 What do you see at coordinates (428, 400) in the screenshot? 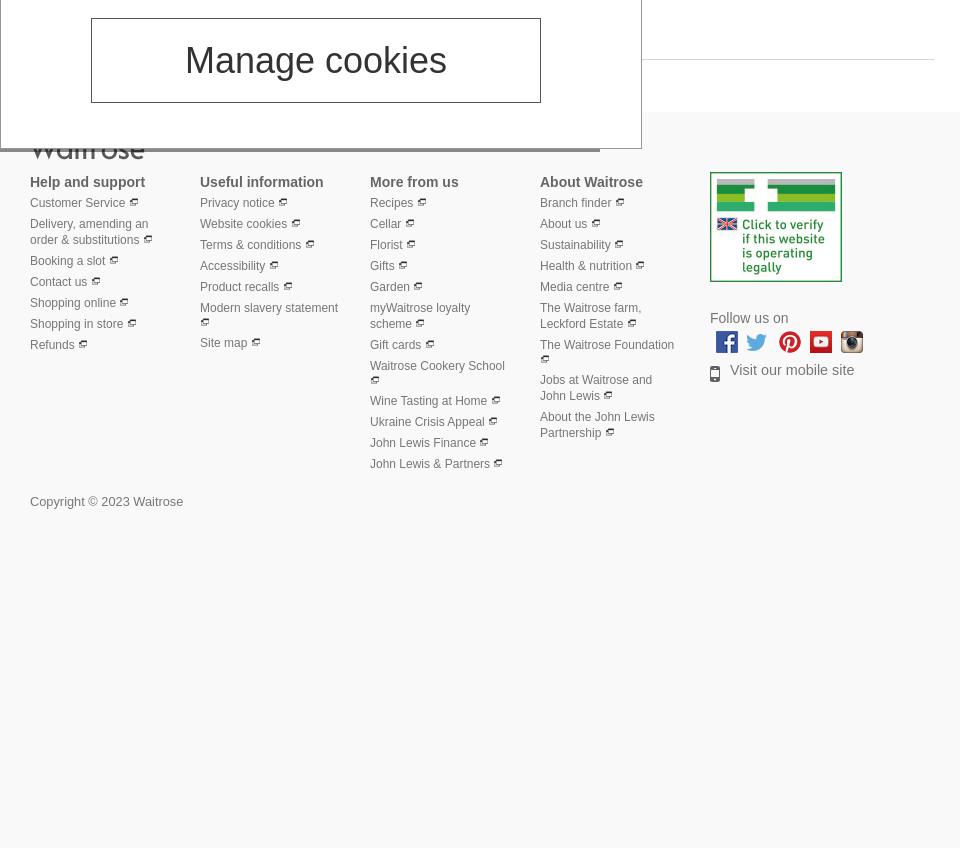
I see `'Wine Tasting at Home'` at bounding box center [428, 400].